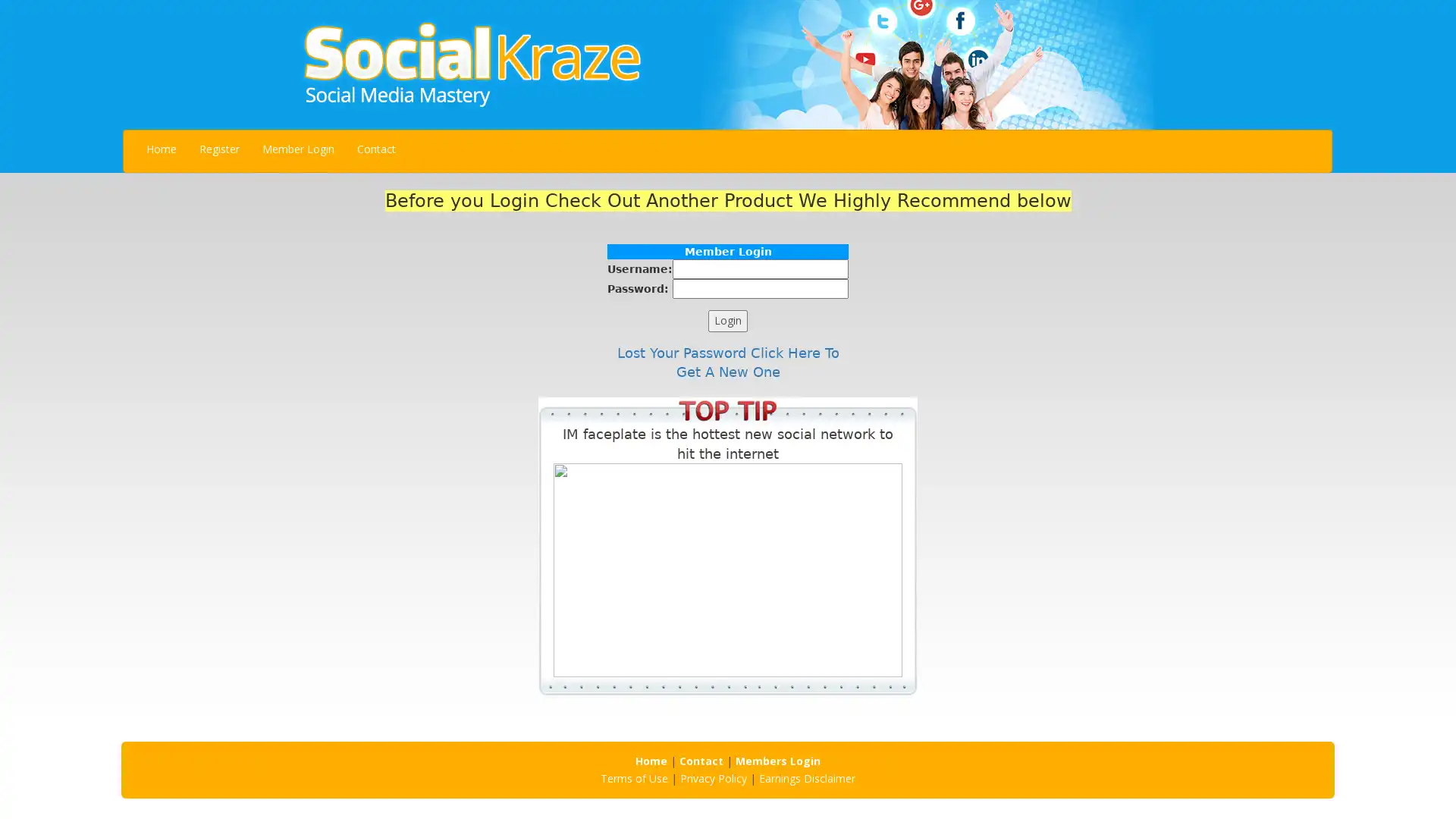 The image size is (1456, 819). Describe the element at coordinates (728, 320) in the screenshot. I see `Login` at that location.